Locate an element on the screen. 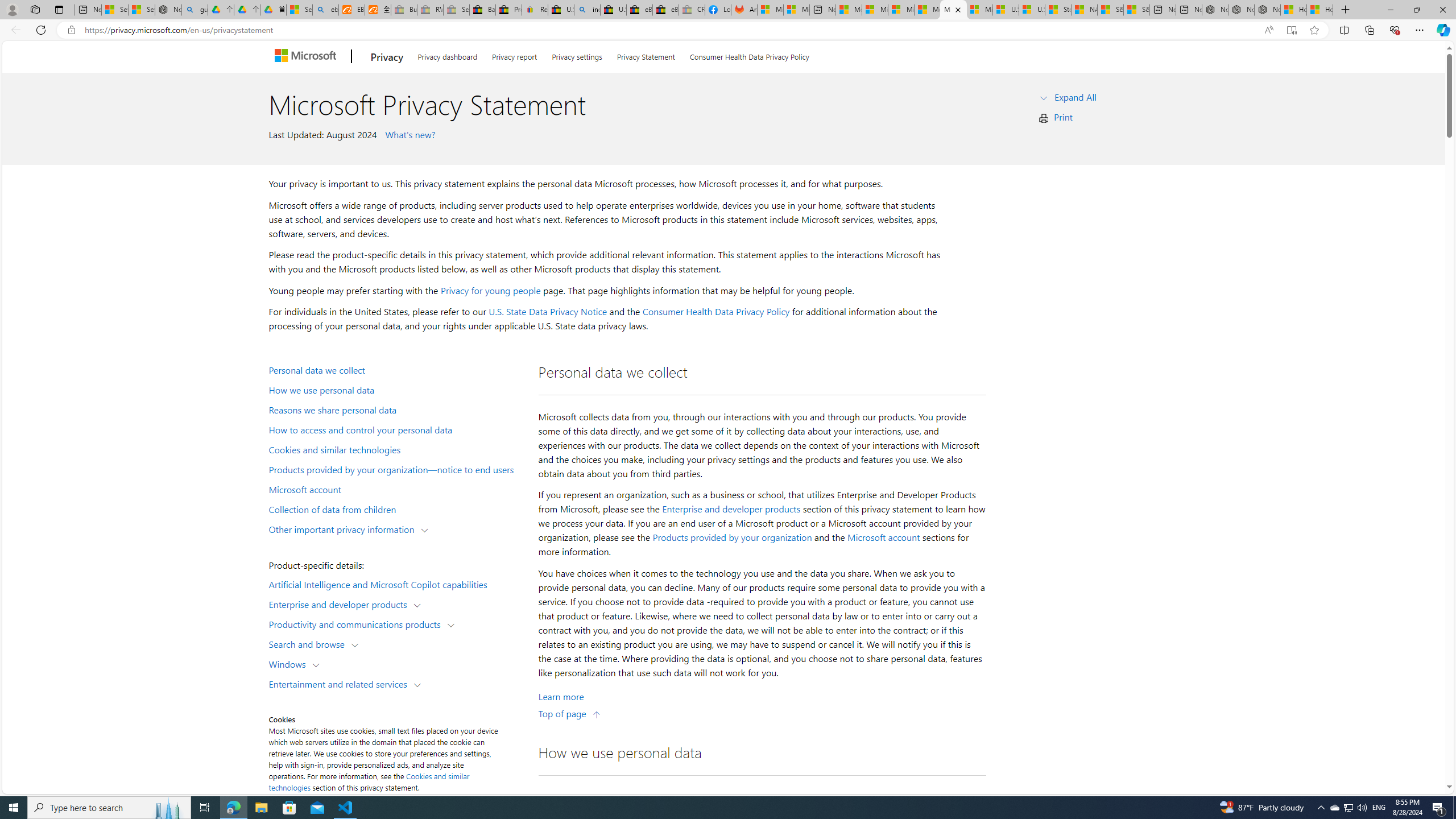  'U.S. State Privacy Disclosures - eBay Inc.' is located at coordinates (614, 9).